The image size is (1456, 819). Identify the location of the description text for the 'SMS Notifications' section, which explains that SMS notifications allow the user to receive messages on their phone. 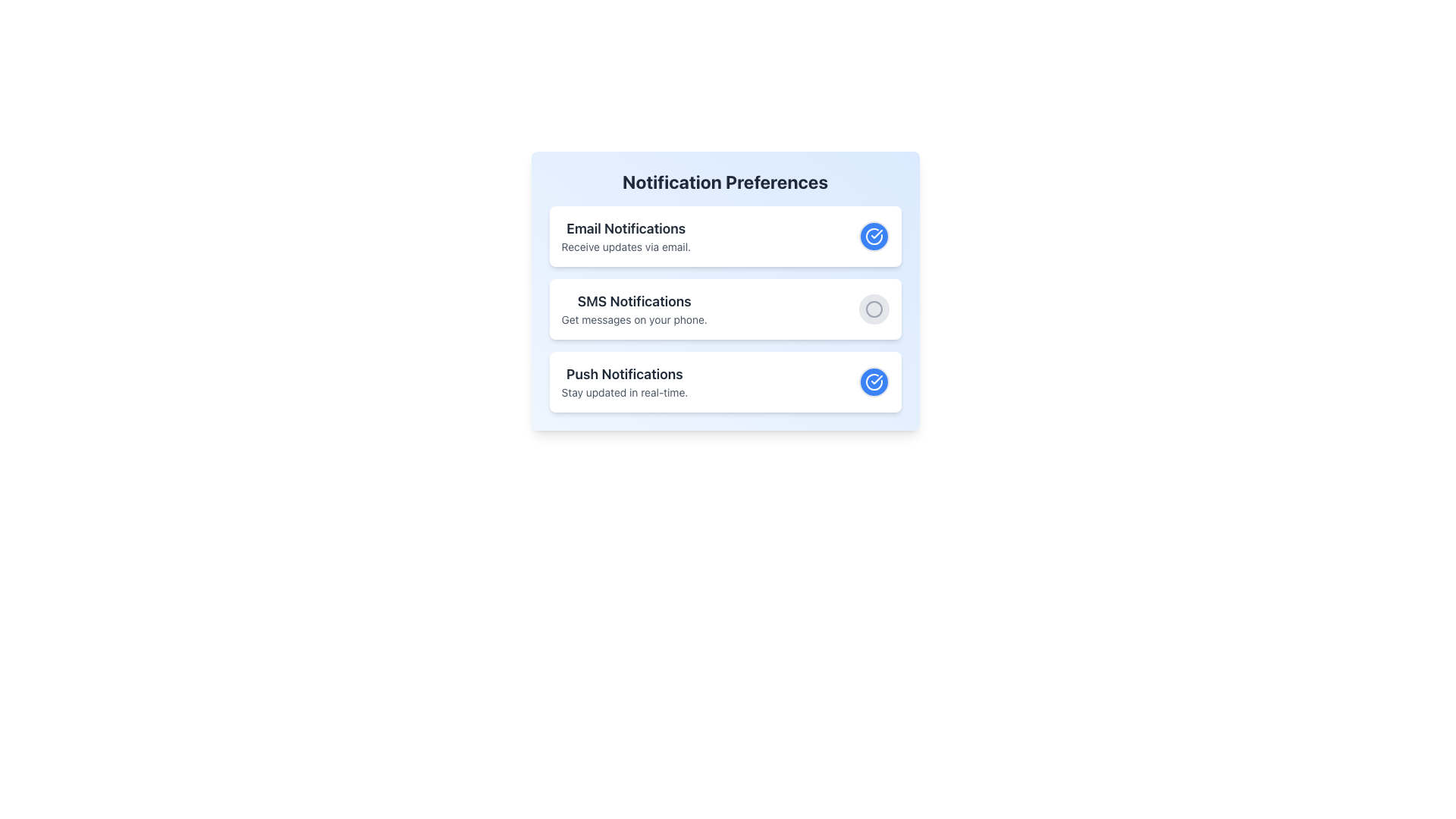
(634, 318).